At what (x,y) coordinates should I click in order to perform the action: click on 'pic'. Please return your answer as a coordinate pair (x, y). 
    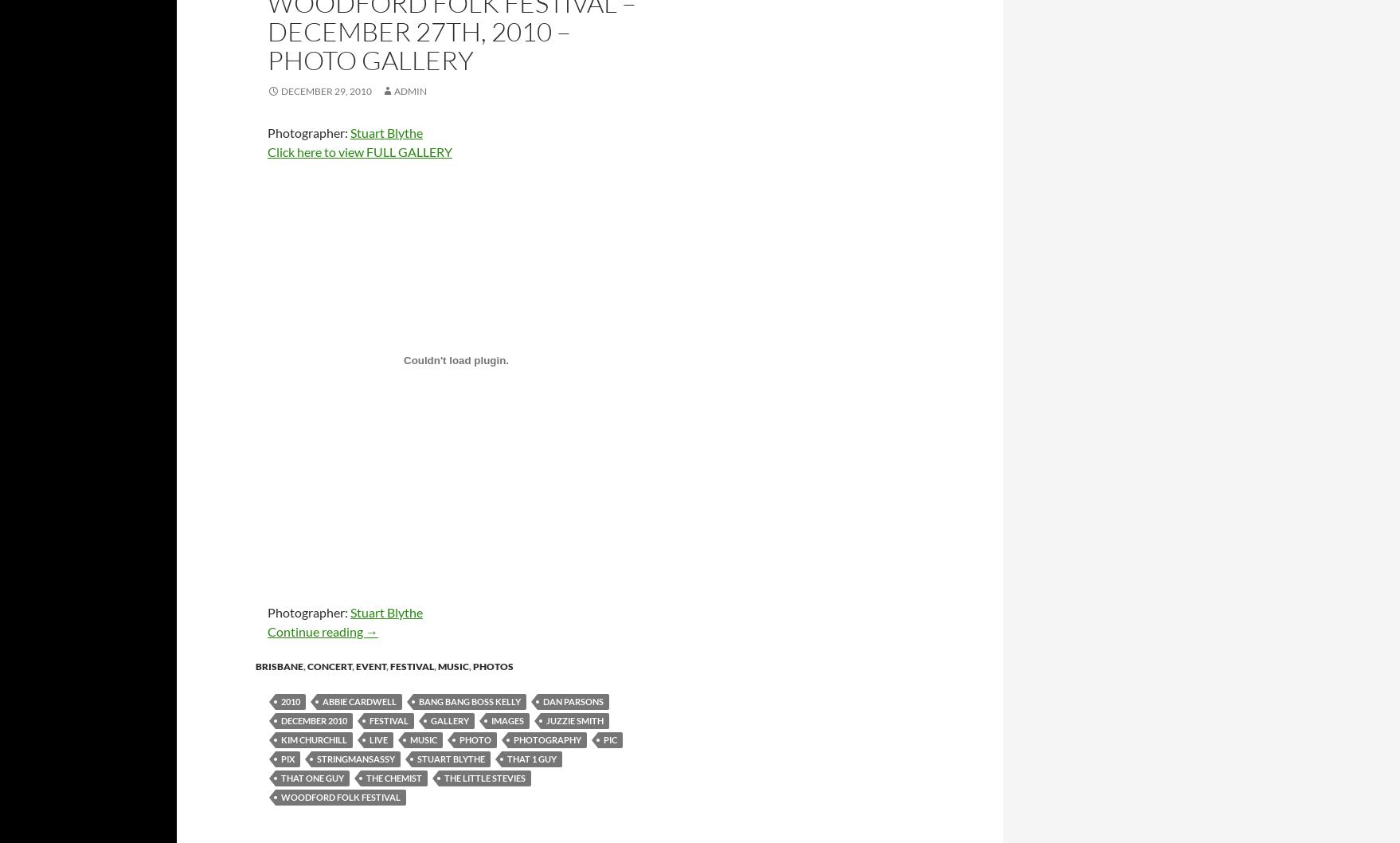
    Looking at the image, I should click on (609, 739).